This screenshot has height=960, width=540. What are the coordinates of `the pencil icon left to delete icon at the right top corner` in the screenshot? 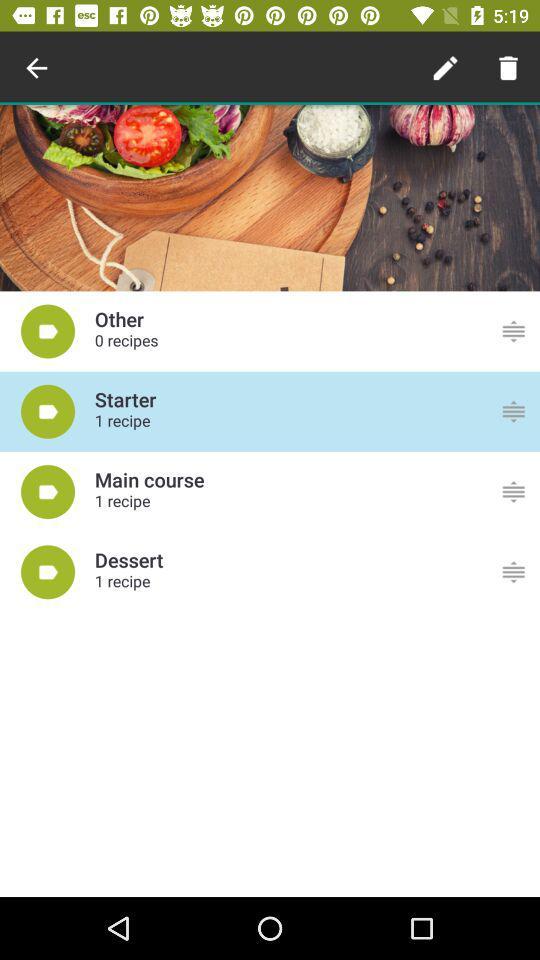 It's located at (445, 68).